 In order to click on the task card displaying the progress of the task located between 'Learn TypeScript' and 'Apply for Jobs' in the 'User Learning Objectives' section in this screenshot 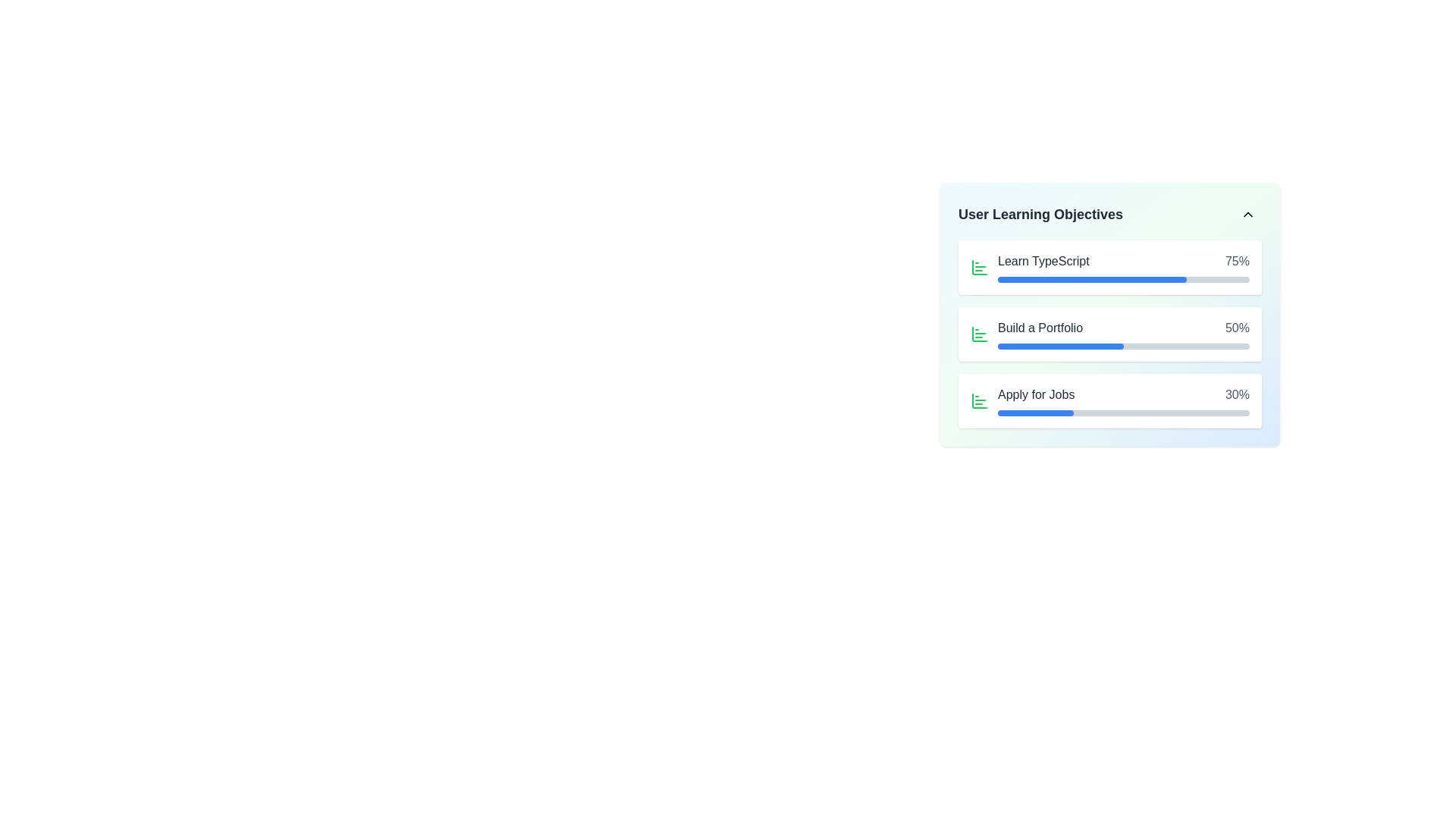, I will do `click(1110, 333)`.